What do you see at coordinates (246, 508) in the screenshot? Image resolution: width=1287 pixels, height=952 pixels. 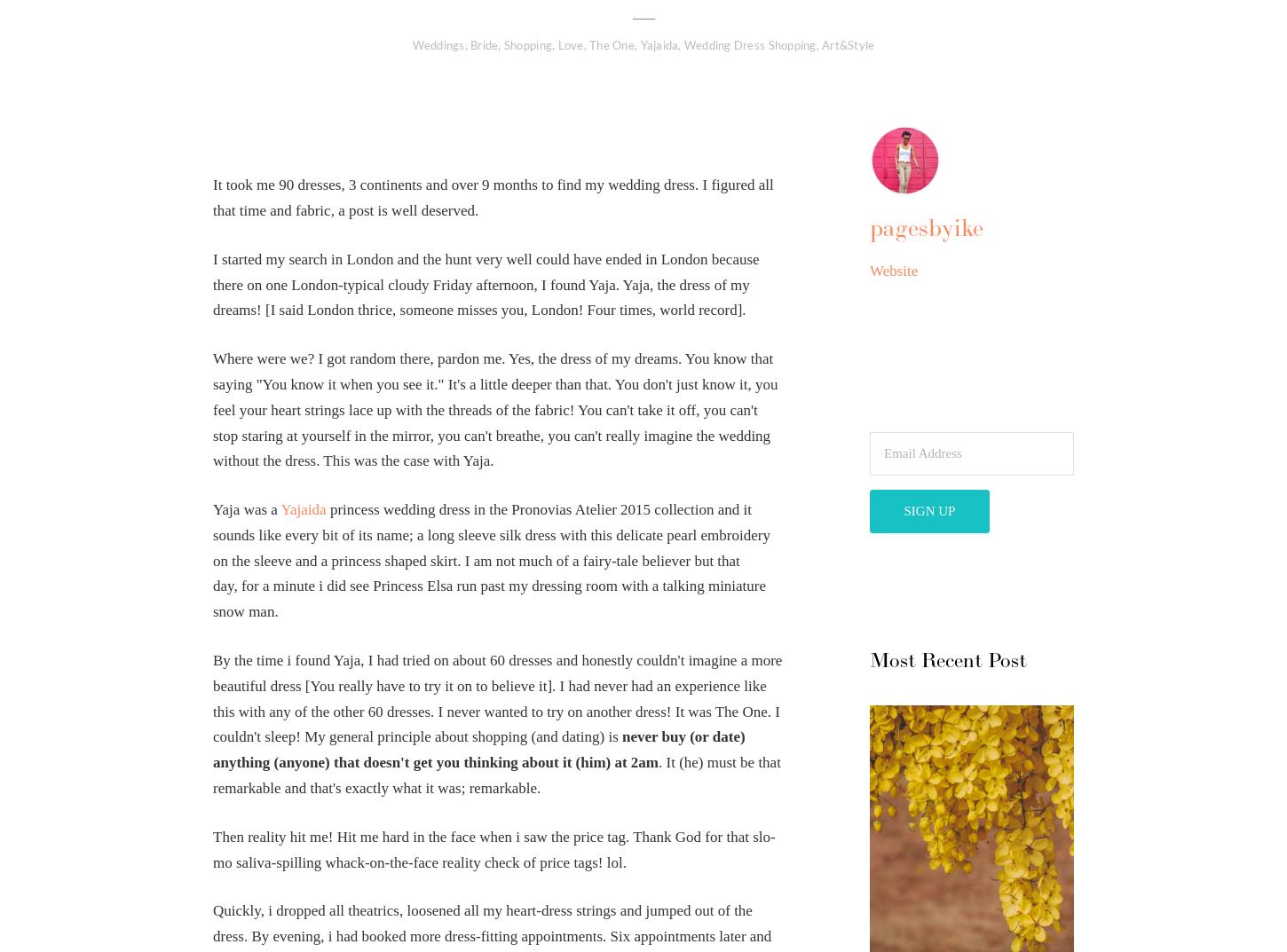 I see `'Yaja was a'` at bounding box center [246, 508].